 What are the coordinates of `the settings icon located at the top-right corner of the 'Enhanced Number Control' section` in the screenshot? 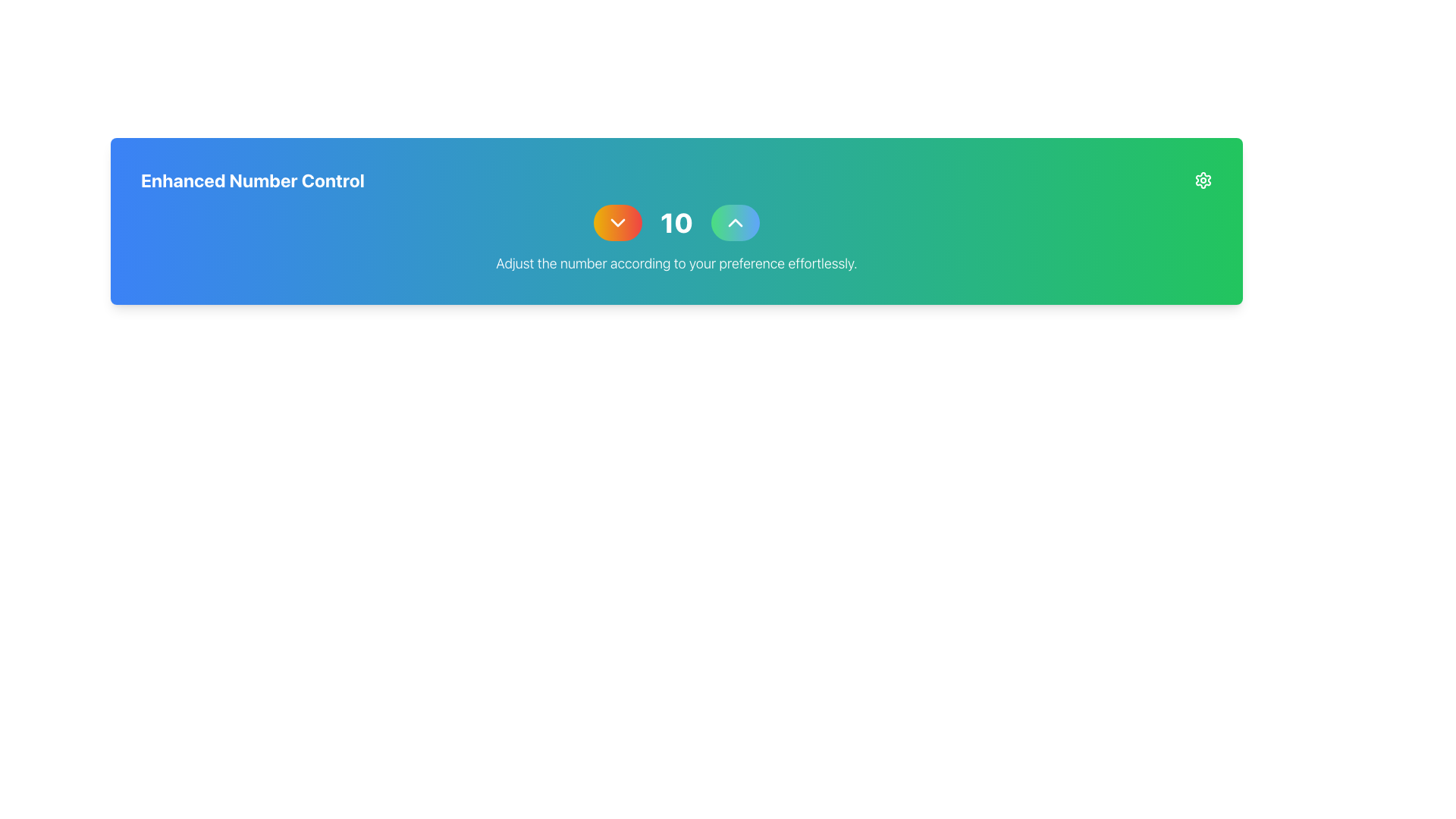 It's located at (1203, 180).